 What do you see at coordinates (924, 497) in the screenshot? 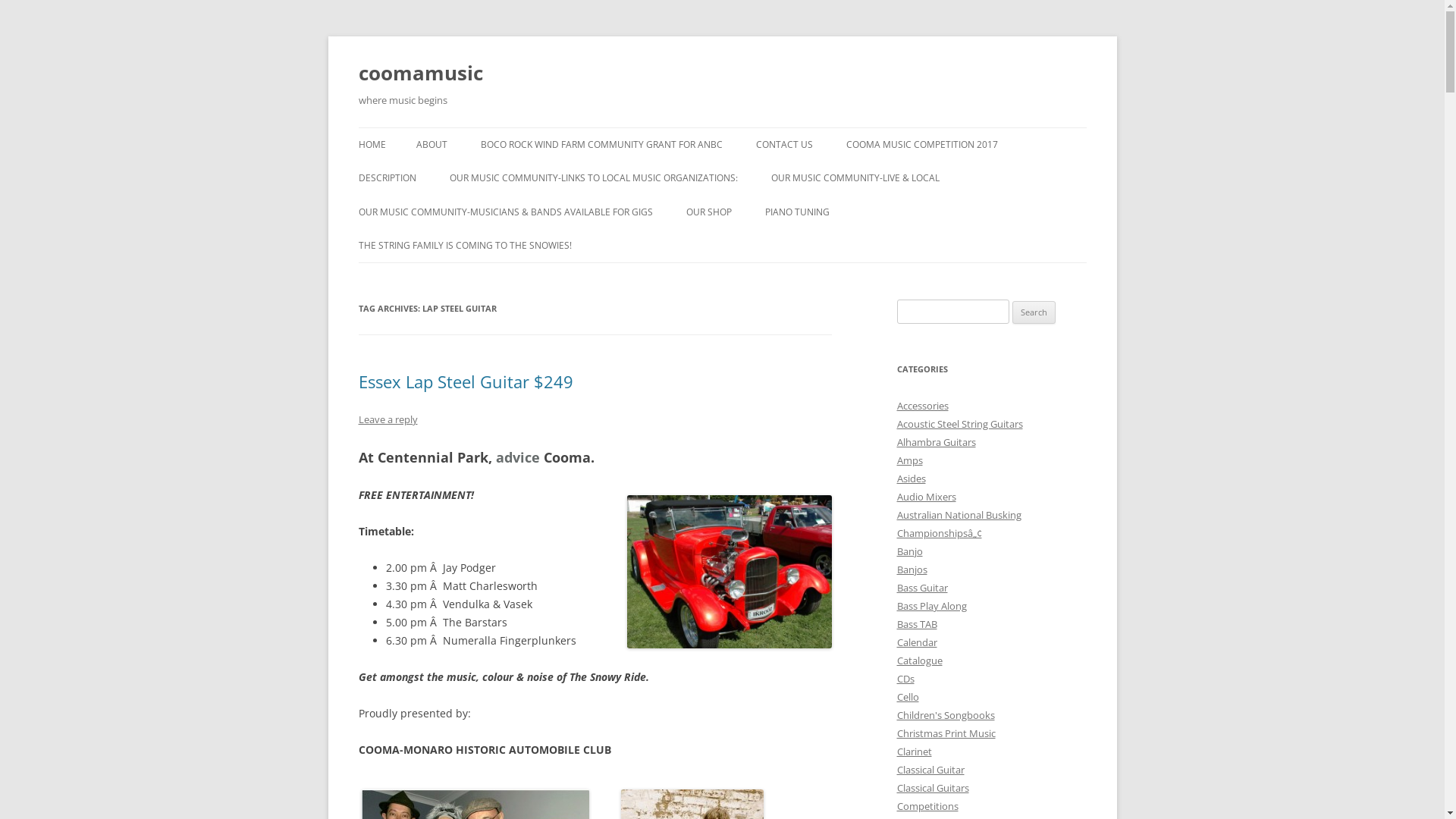
I see `'Audio Mixers'` at bounding box center [924, 497].